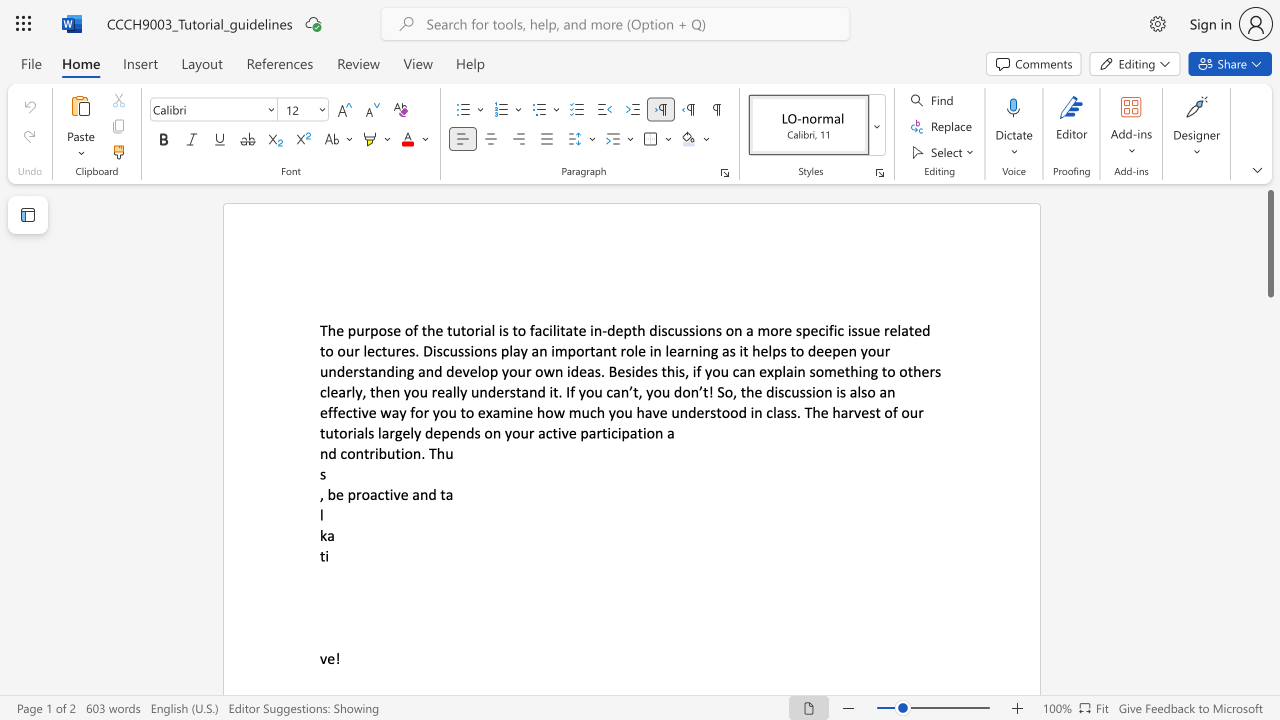 The height and width of the screenshot is (720, 1280). I want to click on the scrollbar to scroll the page down, so click(1269, 528).